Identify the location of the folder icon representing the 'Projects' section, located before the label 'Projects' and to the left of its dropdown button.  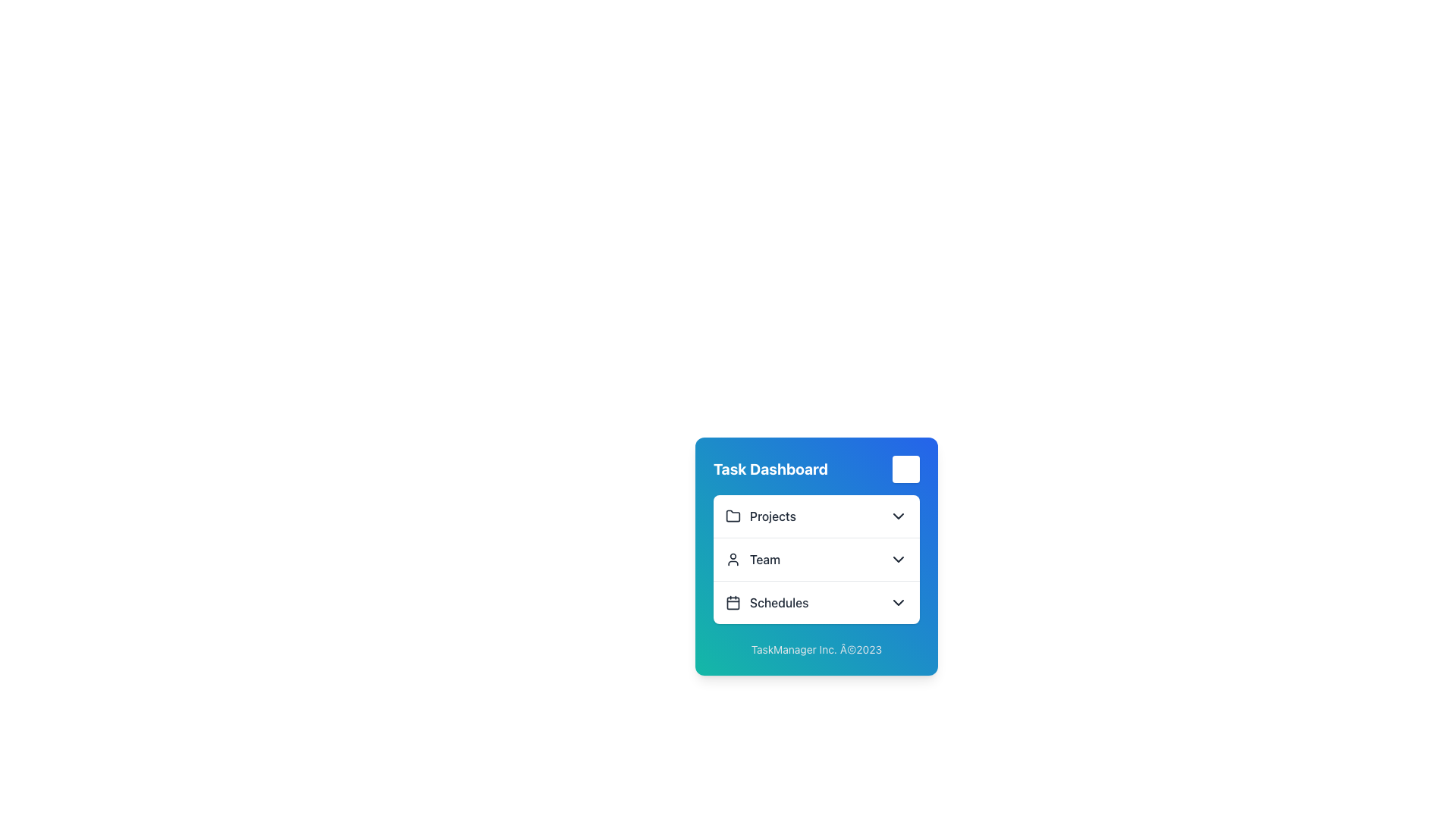
(733, 514).